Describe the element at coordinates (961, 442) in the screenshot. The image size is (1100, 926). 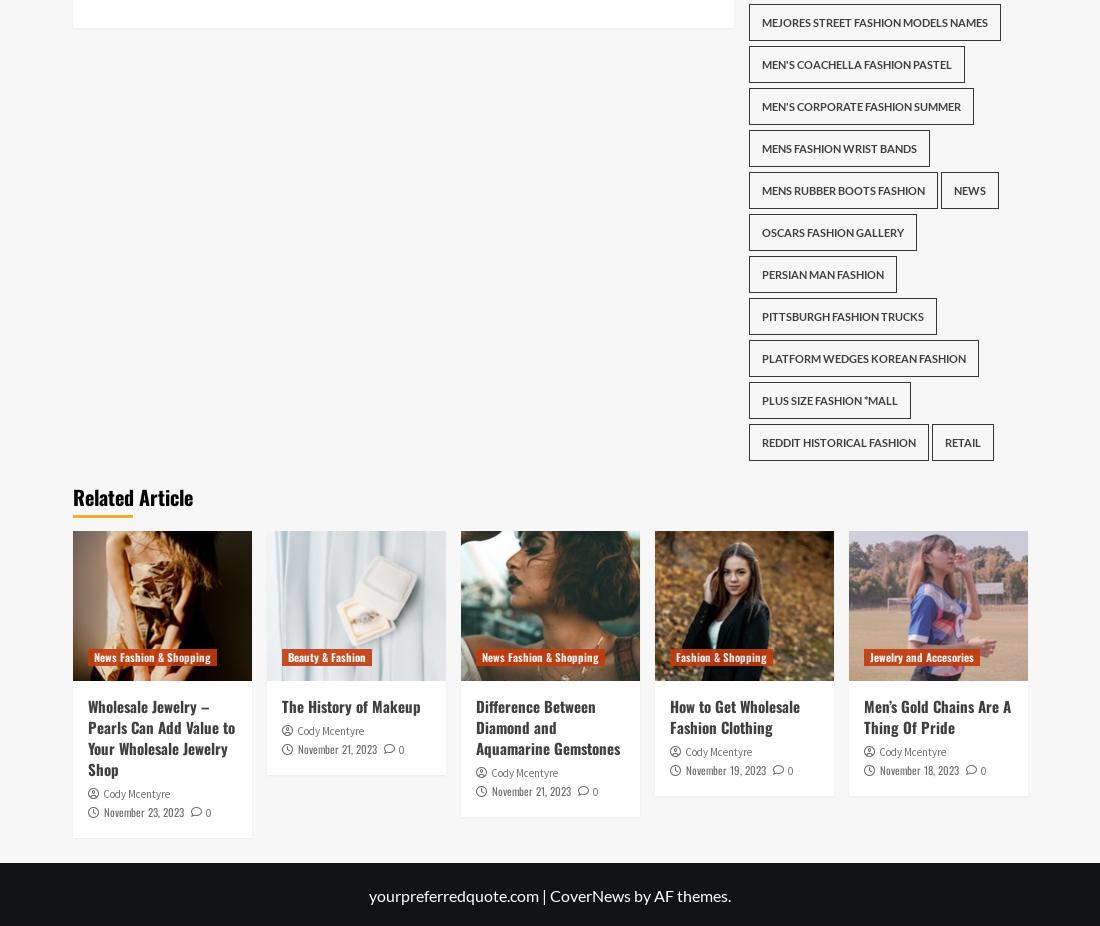
I see `'Retail'` at that location.